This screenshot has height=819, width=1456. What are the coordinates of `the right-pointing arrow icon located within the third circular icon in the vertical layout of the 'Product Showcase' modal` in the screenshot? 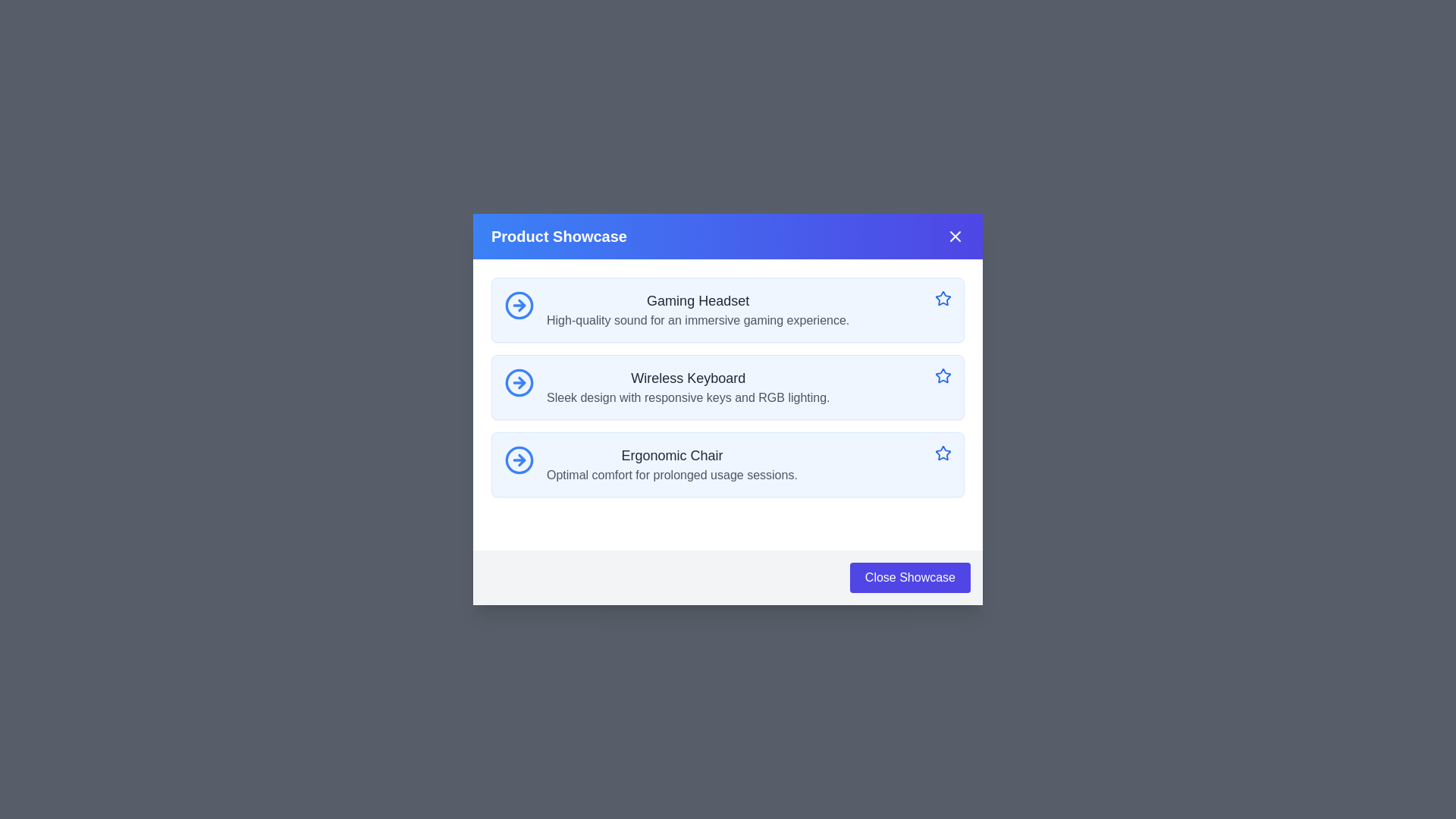 It's located at (522, 459).